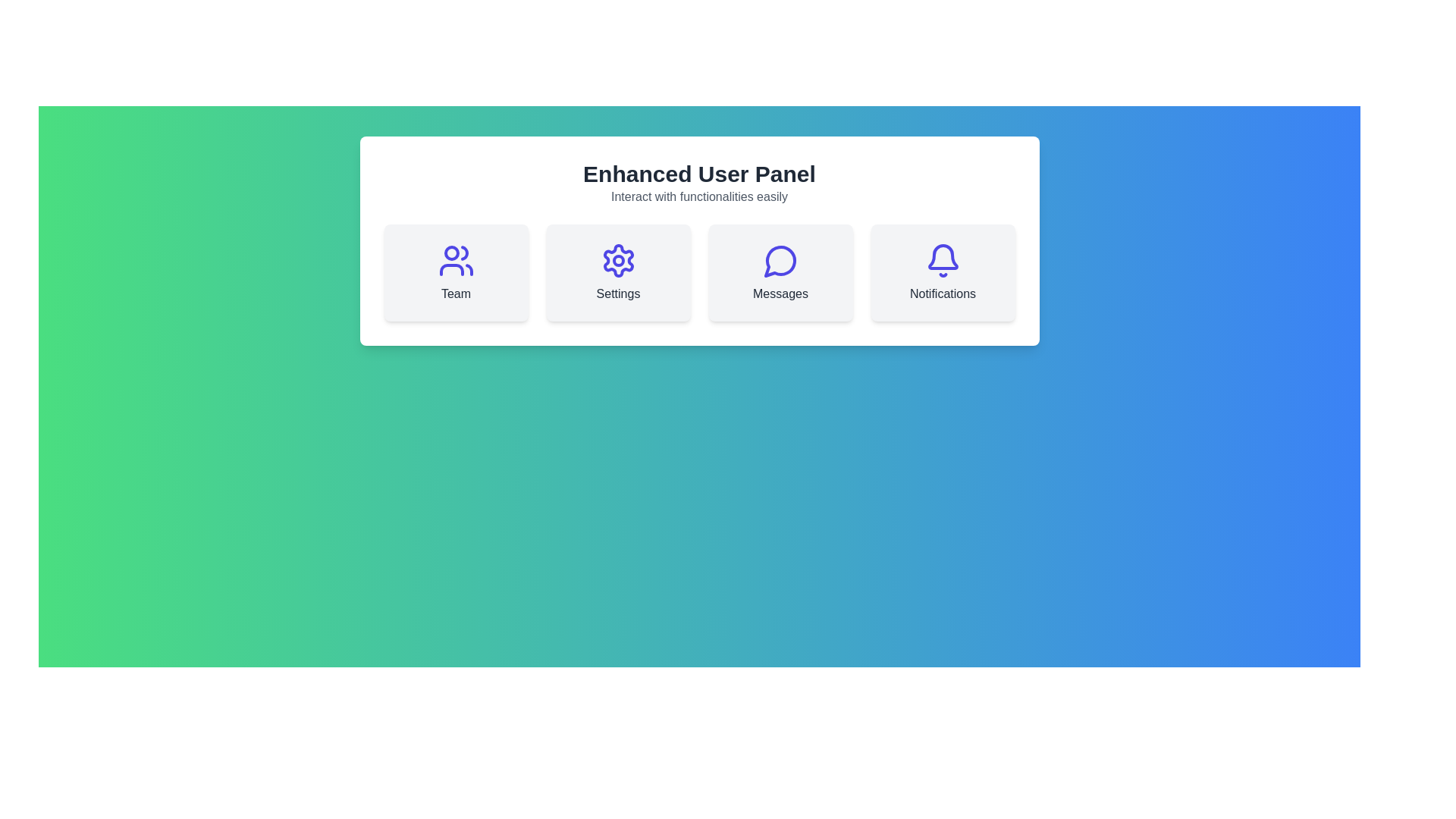  Describe the element at coordinates (942, 262) in the screenshot. I see `the tooltip with the message 'View alerts and notifications', which appears beneath the main bell icon in the 'Notifications' section` at that location.